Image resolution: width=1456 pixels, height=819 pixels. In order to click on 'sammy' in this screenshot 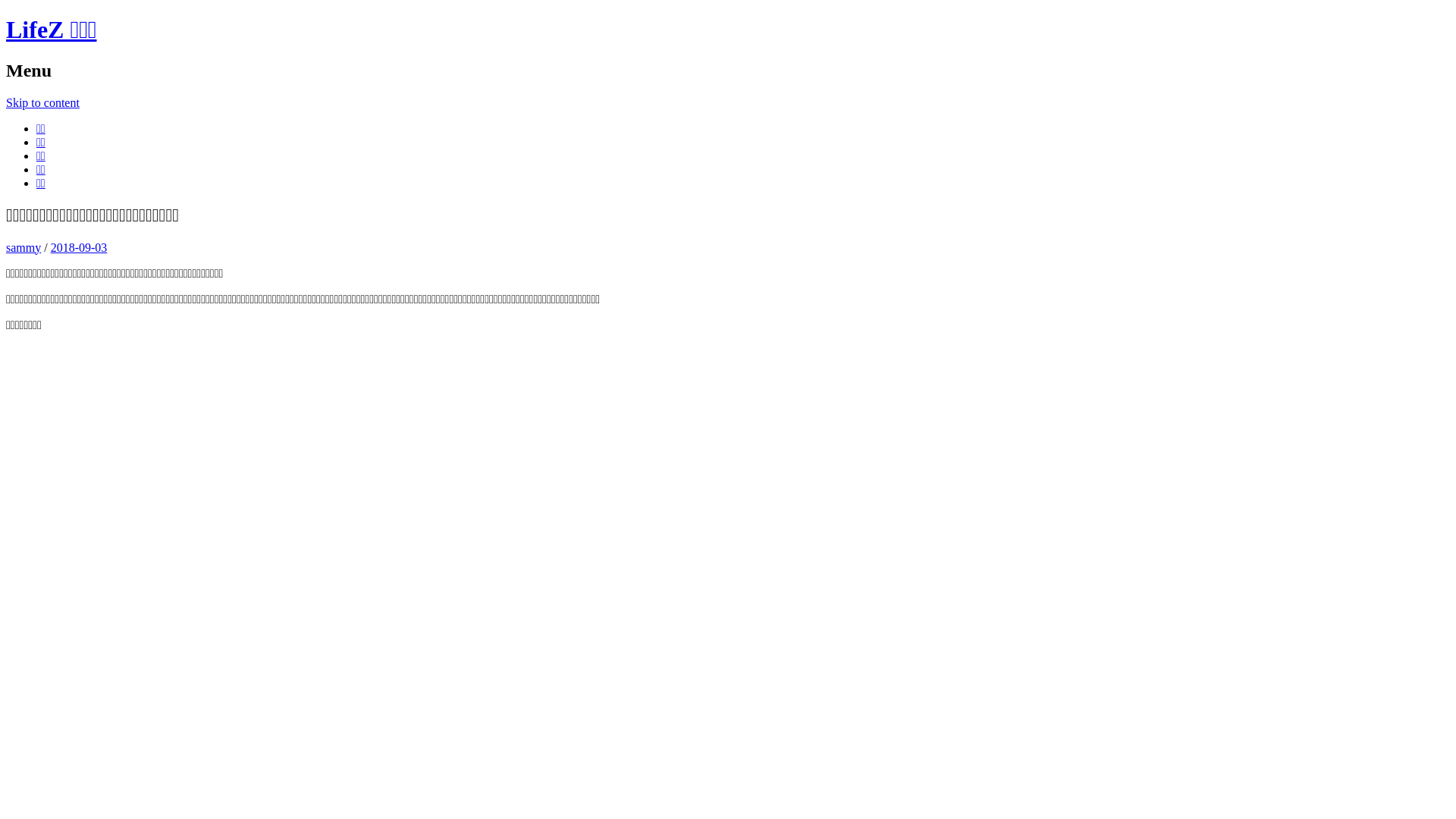, I will do `click(23, 246)`.